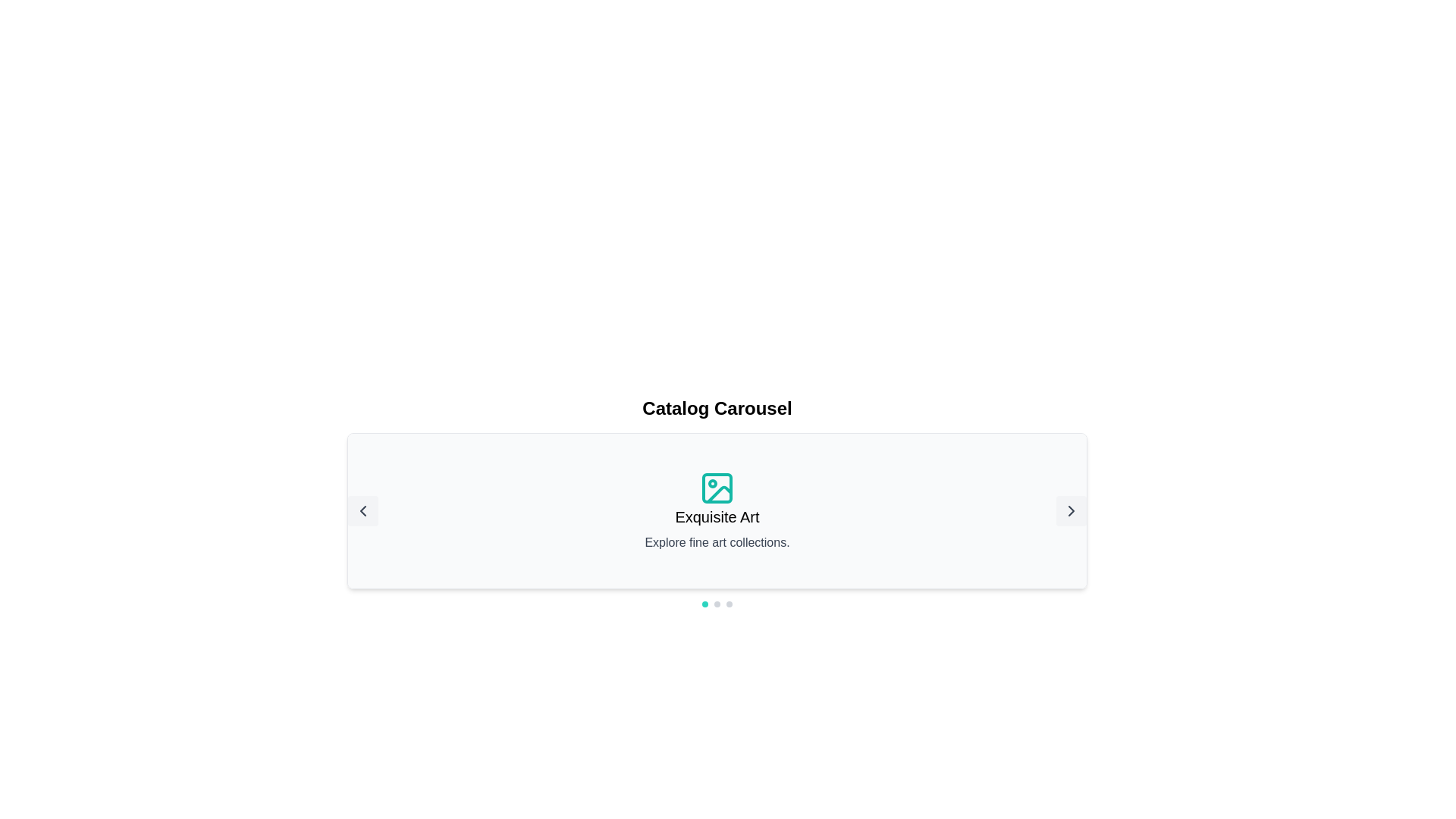  What do you see at coordinates (716, 488) in the screenshot?
I see `the rectangle graphic component that represents the background or frame of the SVG icon in the top-left corner of the interface, which is part of the layout card containing the text 'Exquisite Art'` at bounding box center [716, 488].